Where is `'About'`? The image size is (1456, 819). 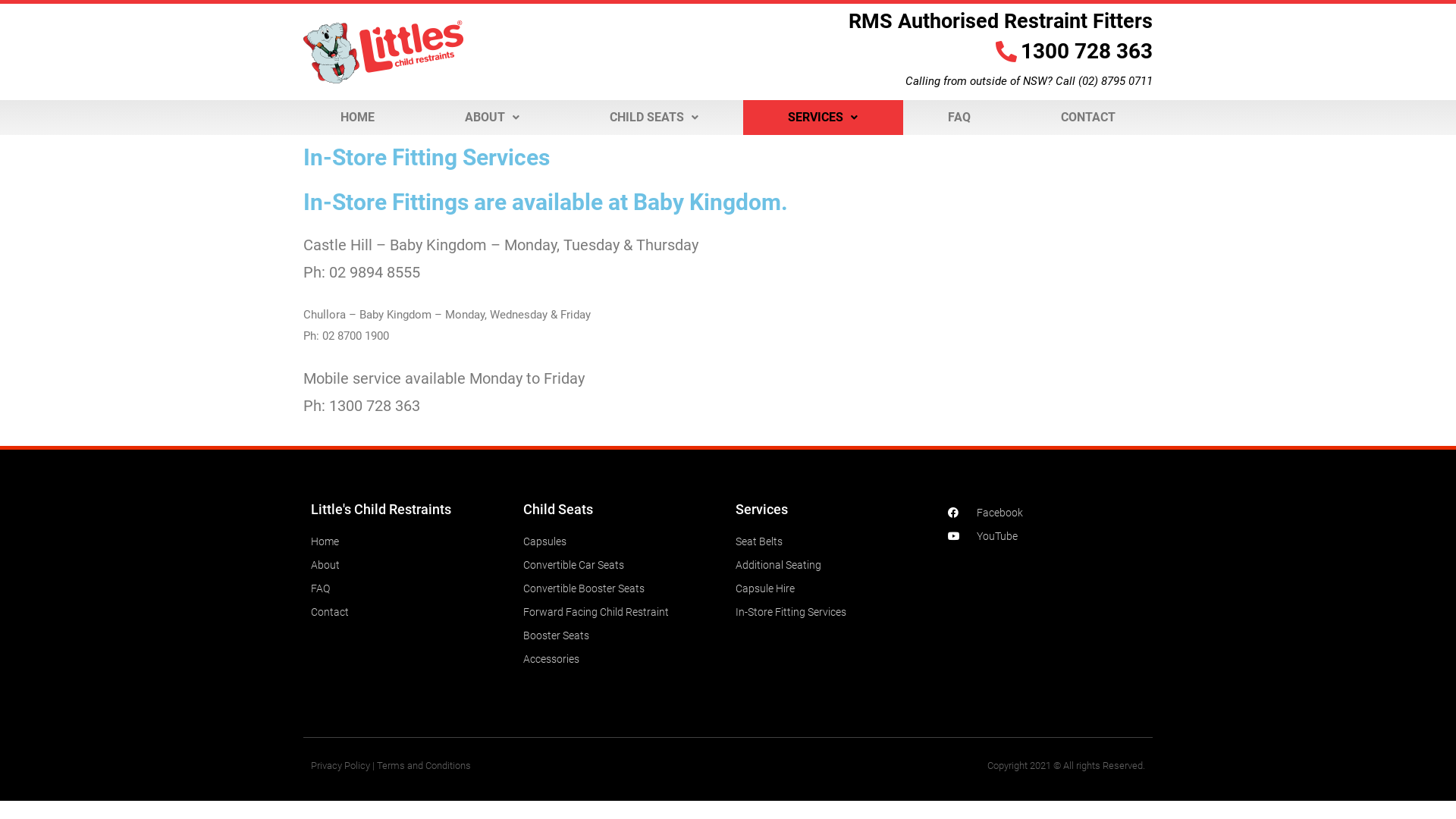 'About' is located at coordinates (309, 564).